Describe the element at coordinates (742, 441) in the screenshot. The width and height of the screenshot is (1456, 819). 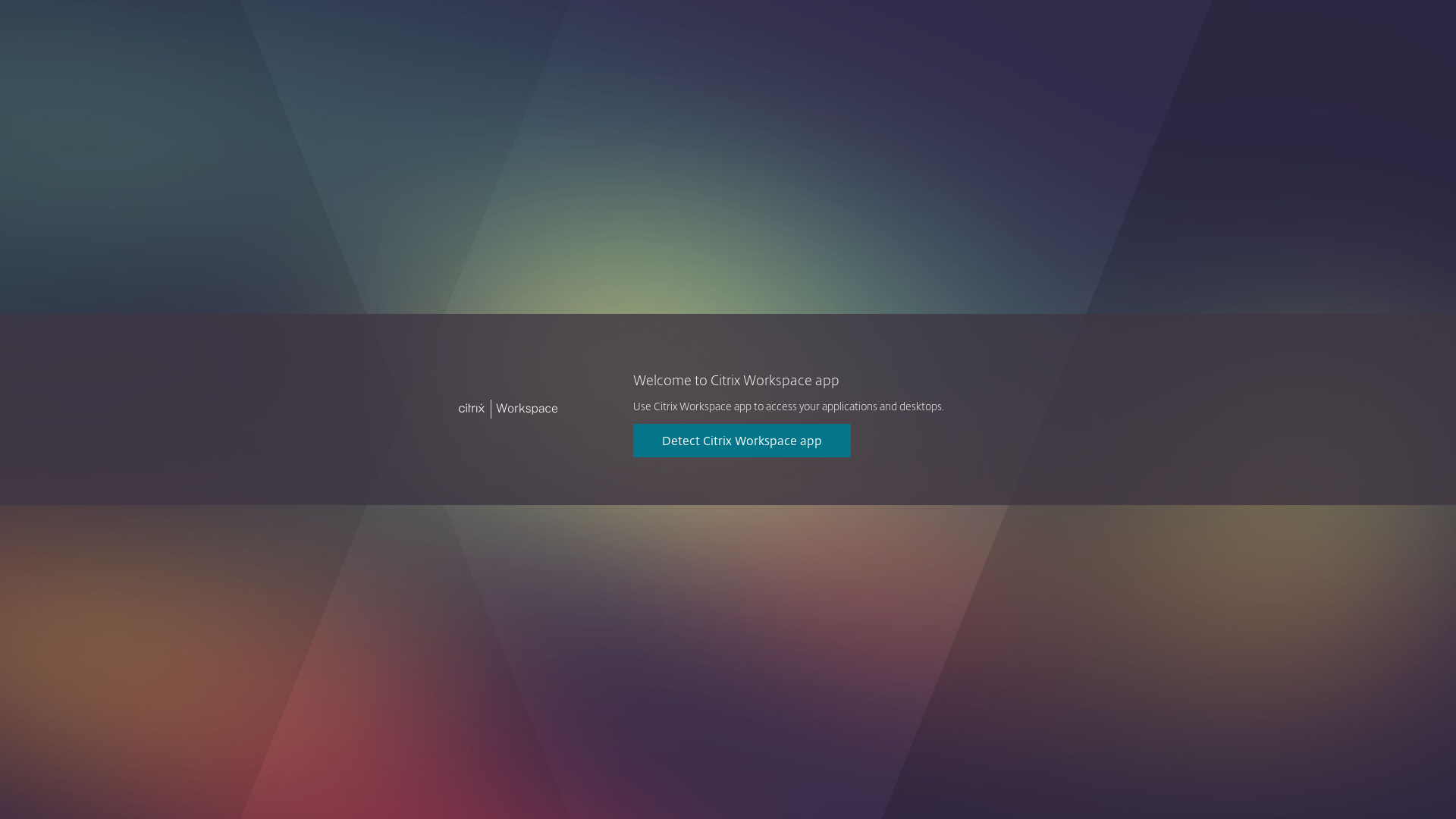
I see `'Detect Citrix Workspace app'` at that location.